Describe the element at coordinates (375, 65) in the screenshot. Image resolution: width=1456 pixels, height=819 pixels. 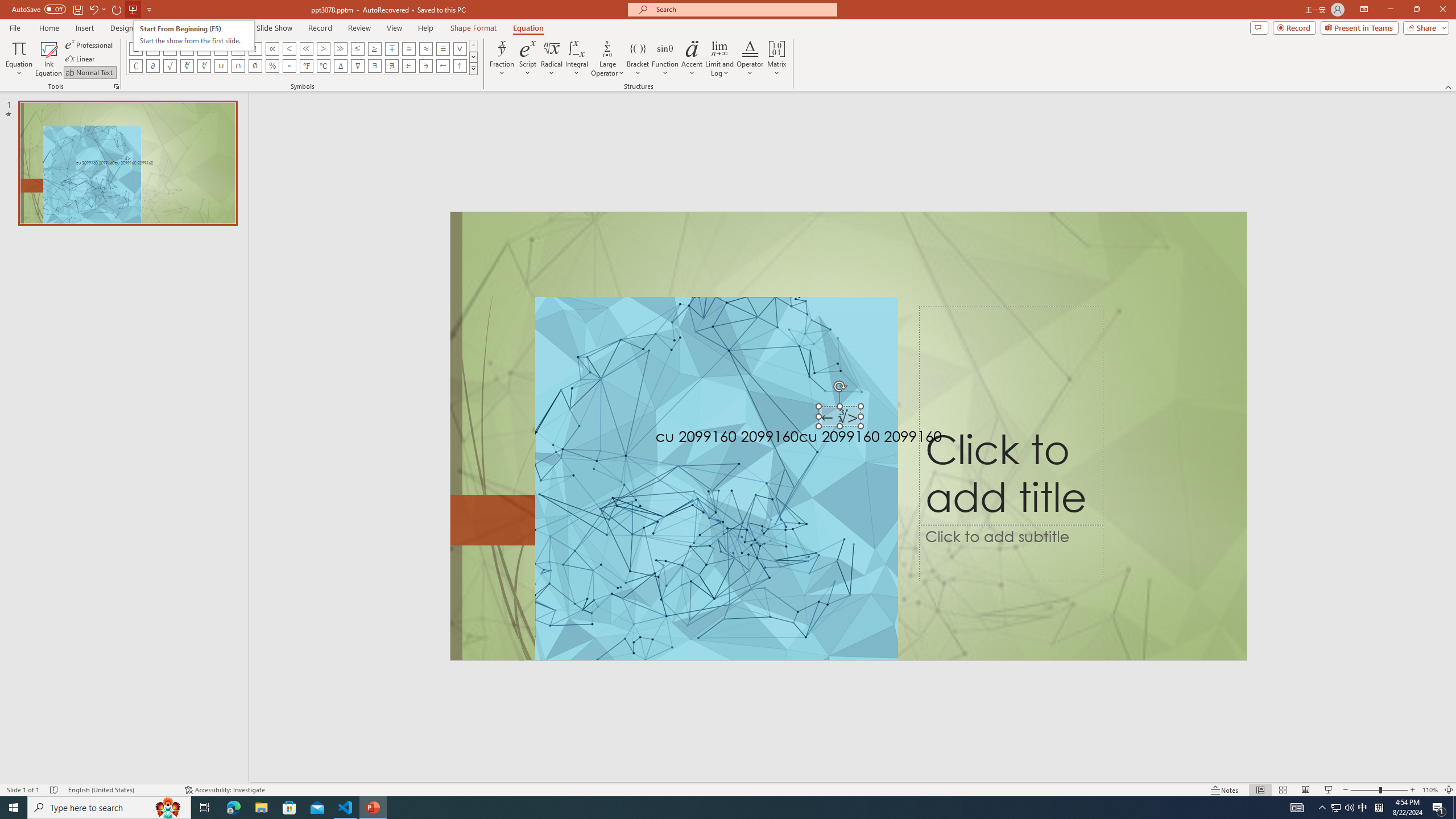
I see `'Equation Symbol There Exists'` at that location.